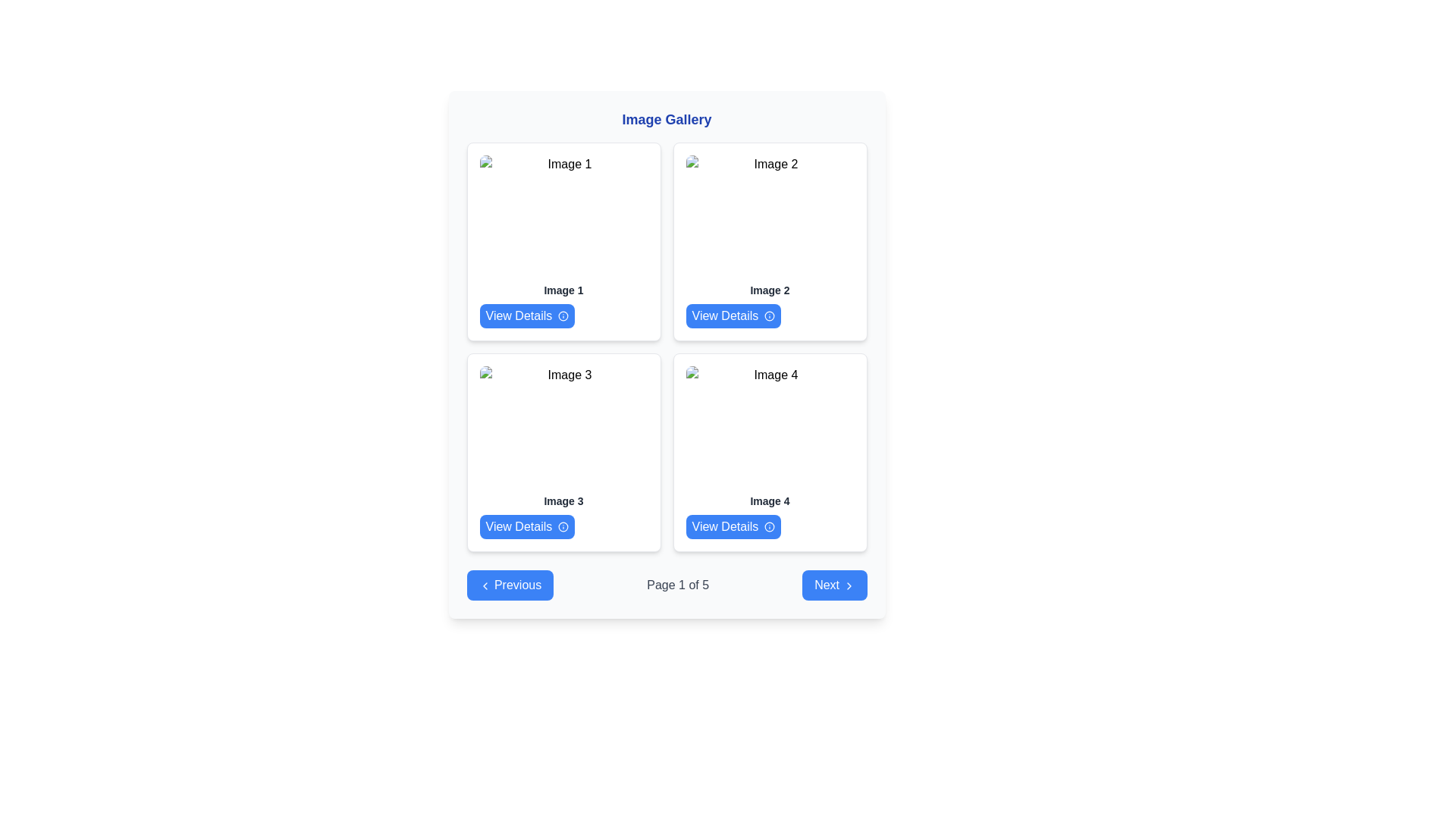 Image resolution: width=1456 pixels, height=819 pixels. Describe the element at coordinates (770, 315) in the screenshot. I see `the circular information icon located at the rightmost part of the 'View Details' button, which is situated below the 'Image 2' card in the gallery grid` at that location.